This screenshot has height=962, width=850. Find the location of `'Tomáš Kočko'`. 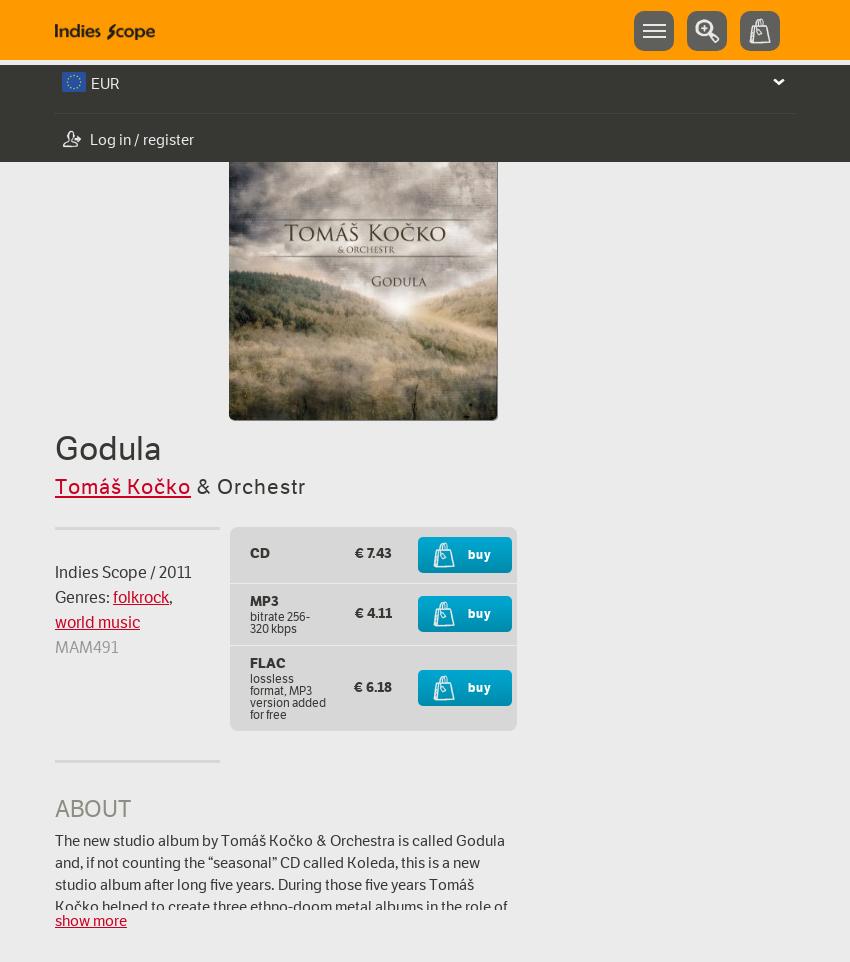

'Tomáš Kočko' is located at coordinates (121, 484).